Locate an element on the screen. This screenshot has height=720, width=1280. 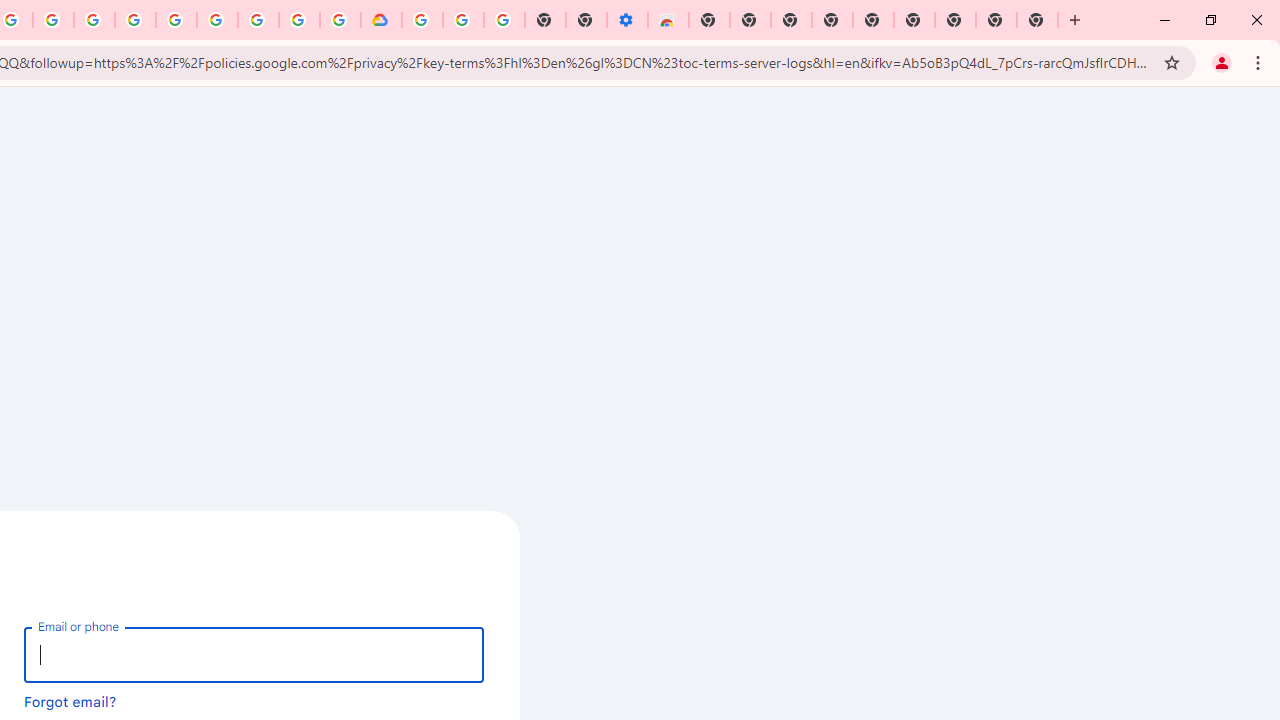
'Google Account Help' is located at coordinates (462, 20).